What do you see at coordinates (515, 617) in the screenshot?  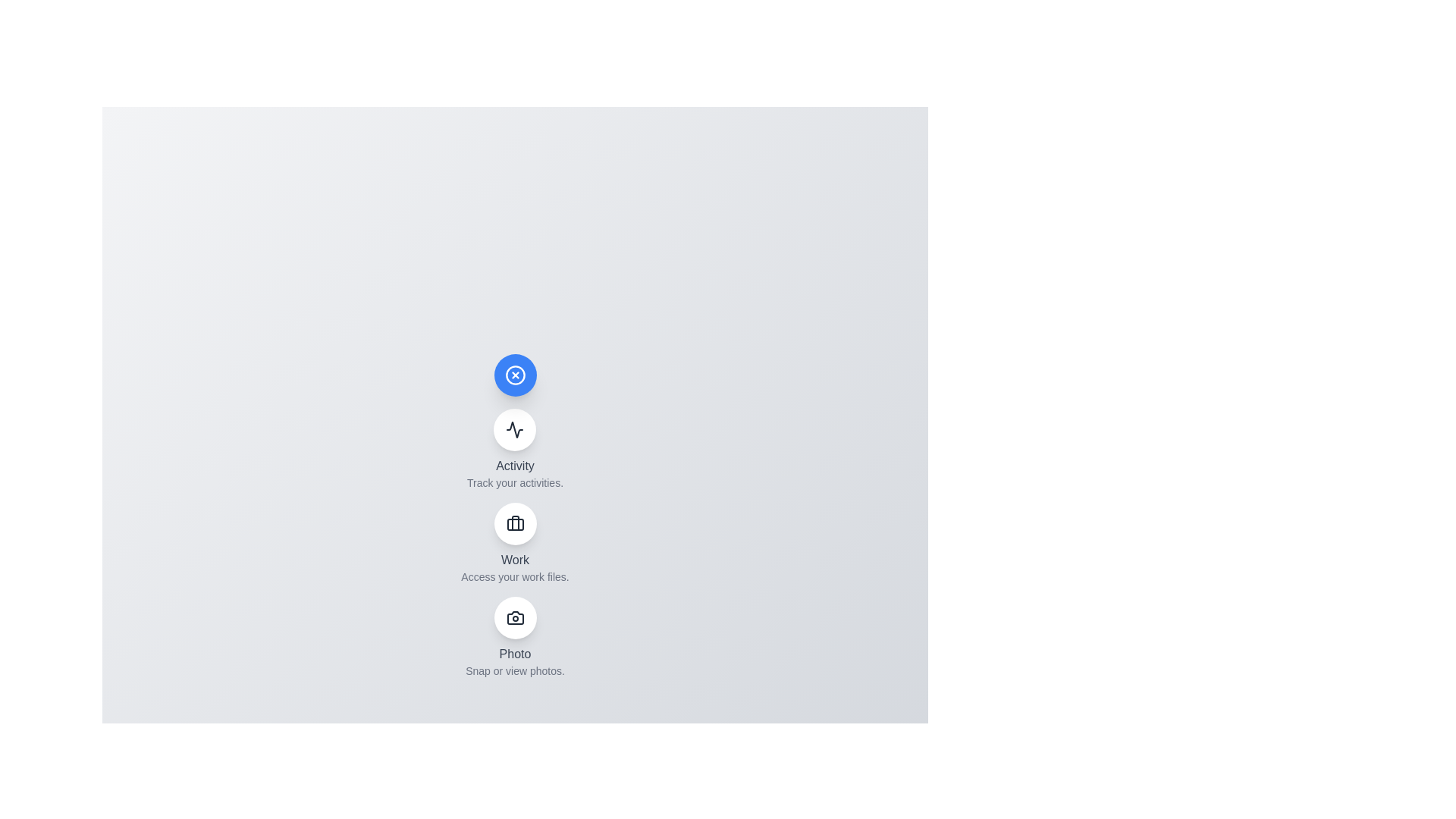 I see `the 'Photo' button in the speed dial menu` at bounding box center [515, 617].